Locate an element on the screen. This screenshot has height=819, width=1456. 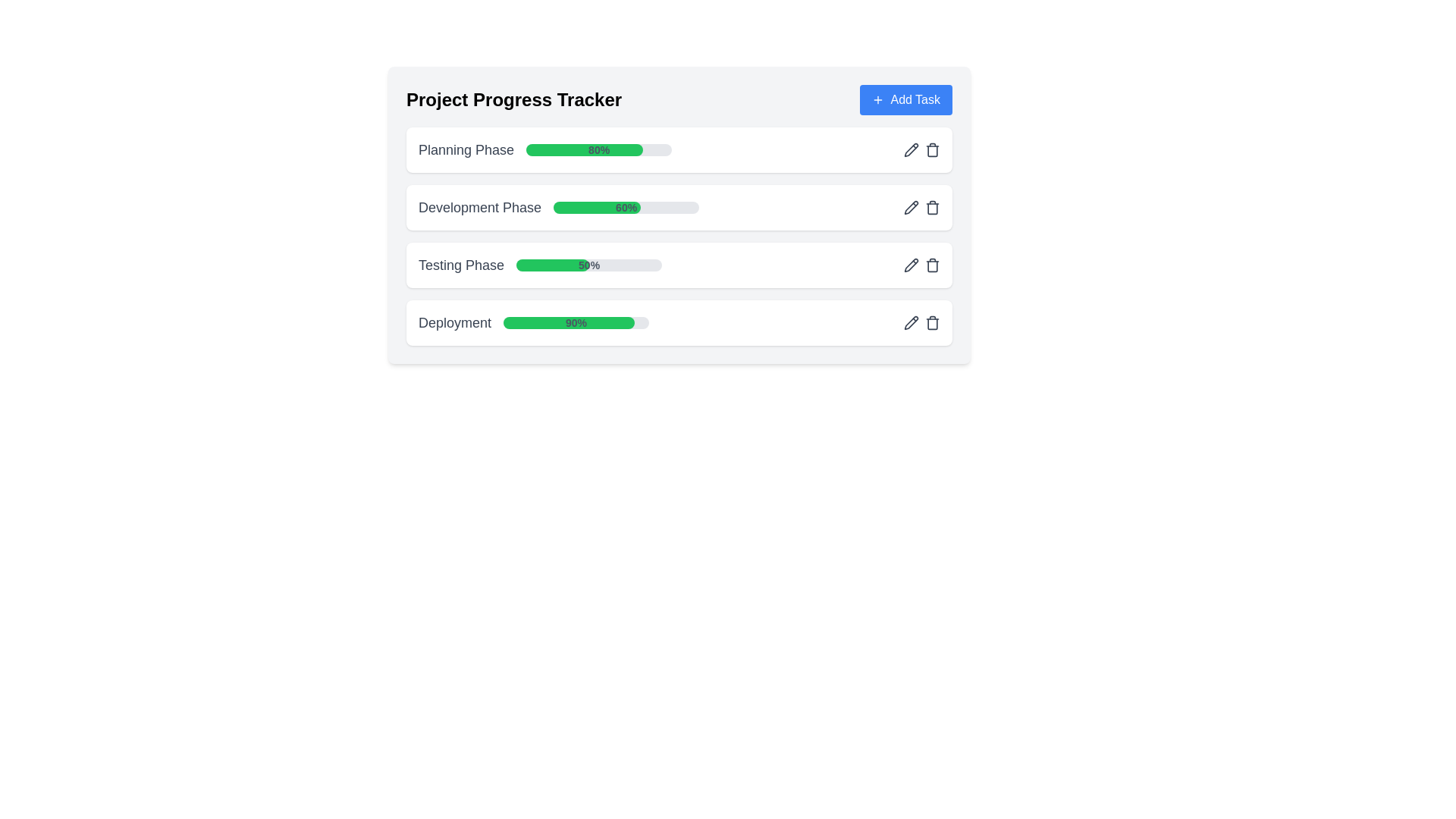
the controls adjacent to the 'Development Phase' progress bar in the project tracker application, which is the second progress display under 'Project Progress Tracker' is located at coordinates (679, 215).